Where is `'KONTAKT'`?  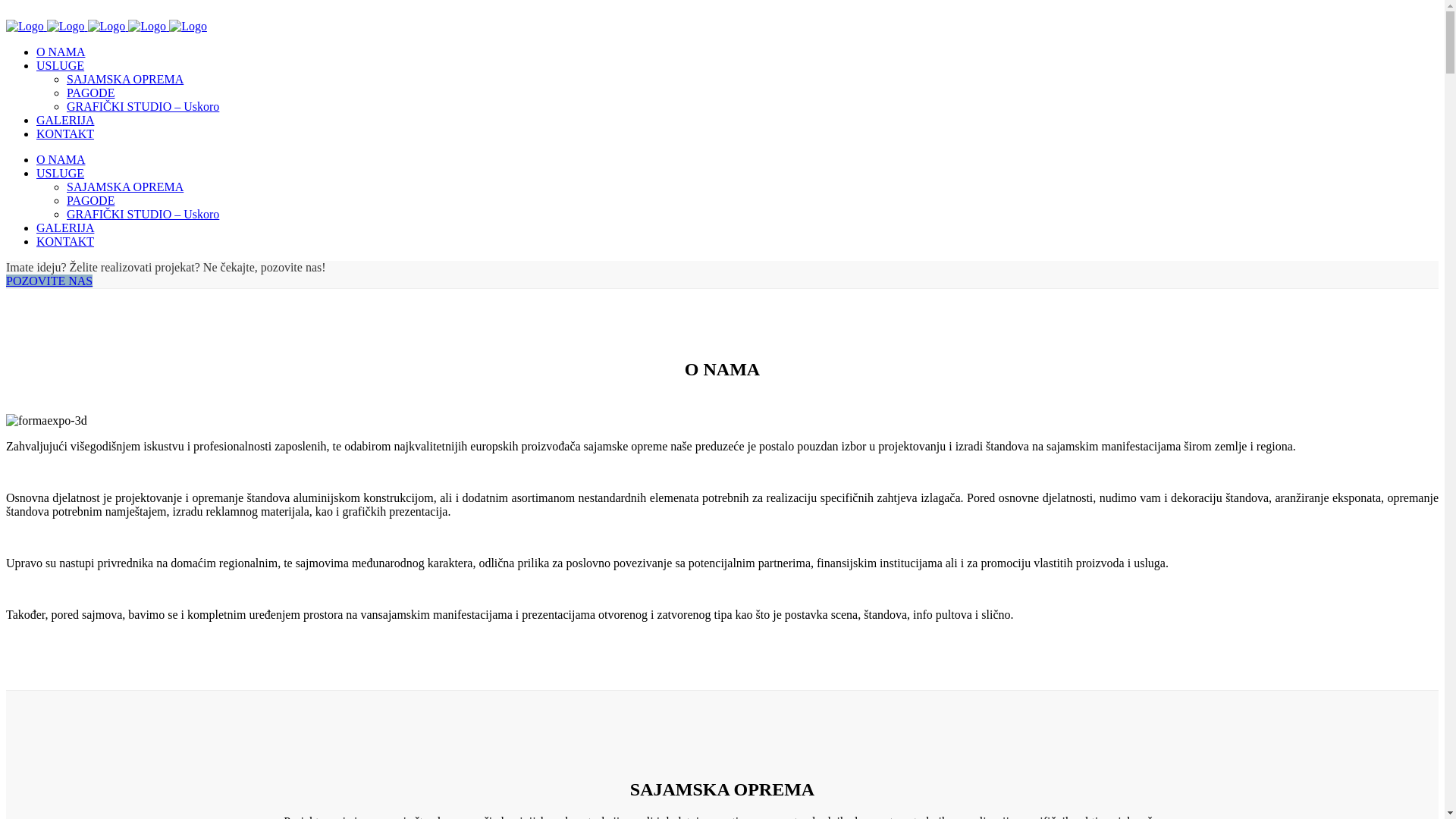
'KONTAKT' is located at coordinates (64, 240).